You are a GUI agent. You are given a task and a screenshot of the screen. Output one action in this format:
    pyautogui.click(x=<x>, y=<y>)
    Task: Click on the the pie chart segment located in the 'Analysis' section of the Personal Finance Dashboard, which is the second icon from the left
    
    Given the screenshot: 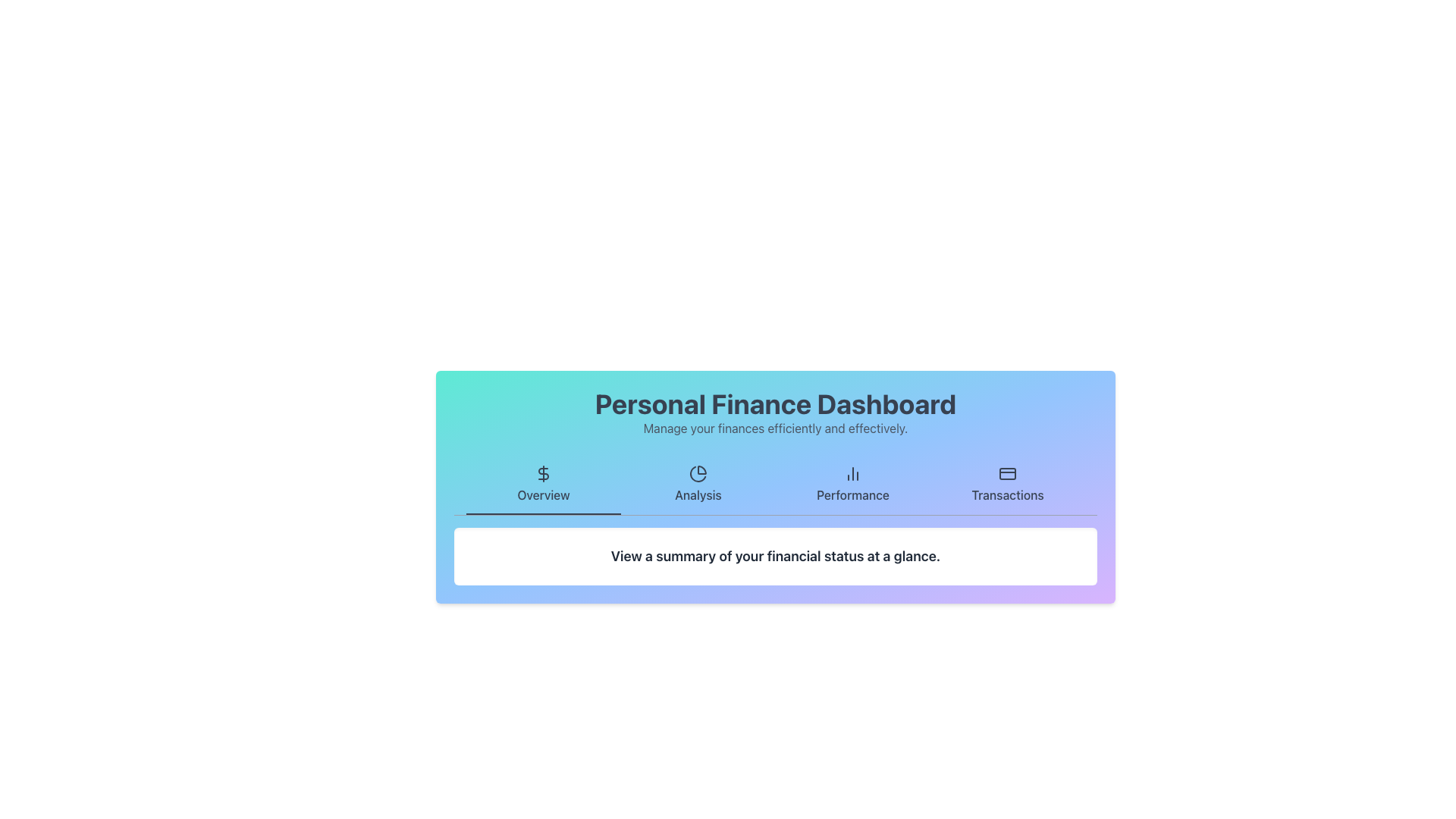 What is the action you would take?
    pyautogui.click(x=697, y=473)
    